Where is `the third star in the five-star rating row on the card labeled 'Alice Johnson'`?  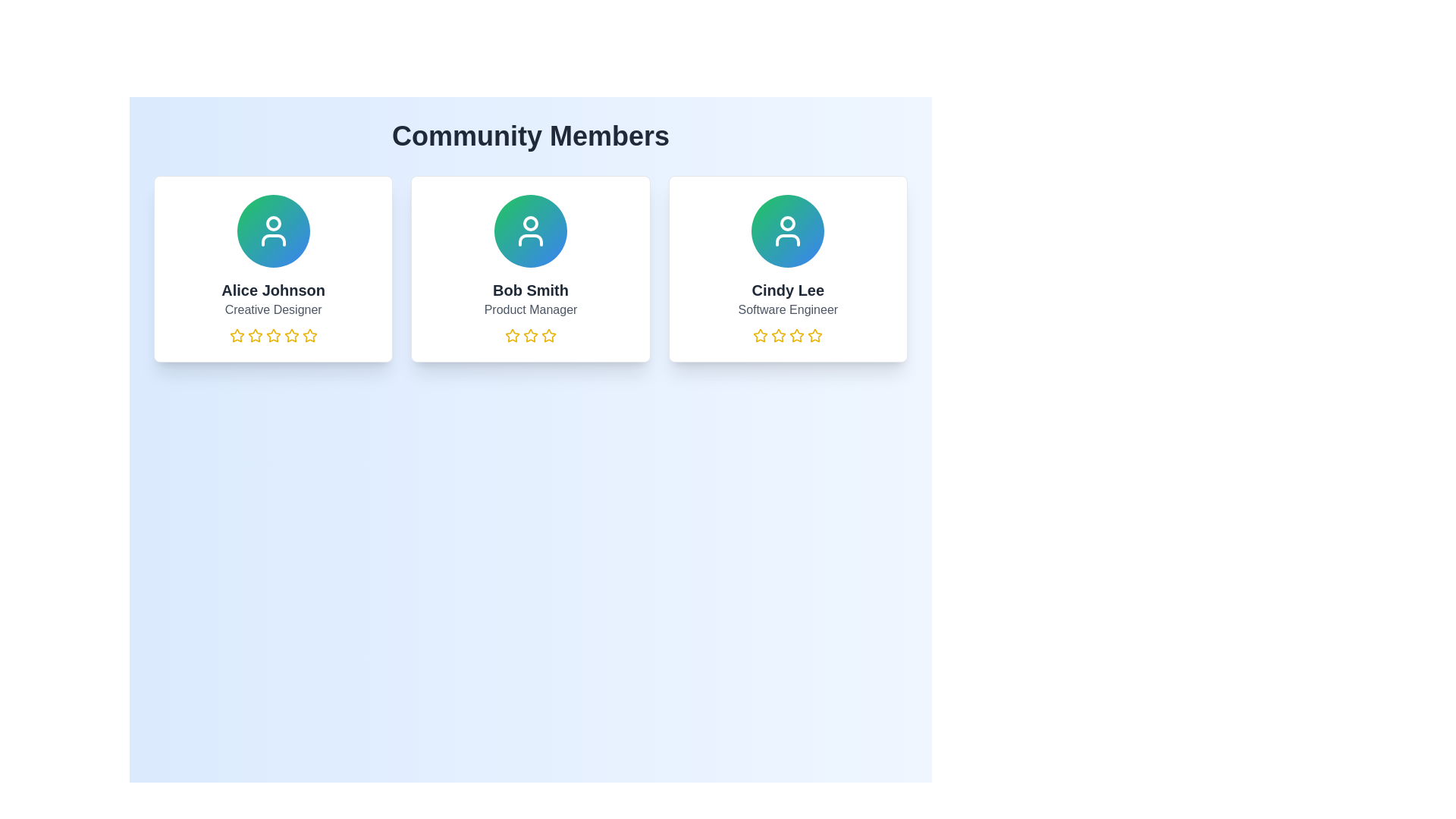
the third star in the five-star rating row on the card labeled 'Alice Johnson' is located at coordinates (291, 334).